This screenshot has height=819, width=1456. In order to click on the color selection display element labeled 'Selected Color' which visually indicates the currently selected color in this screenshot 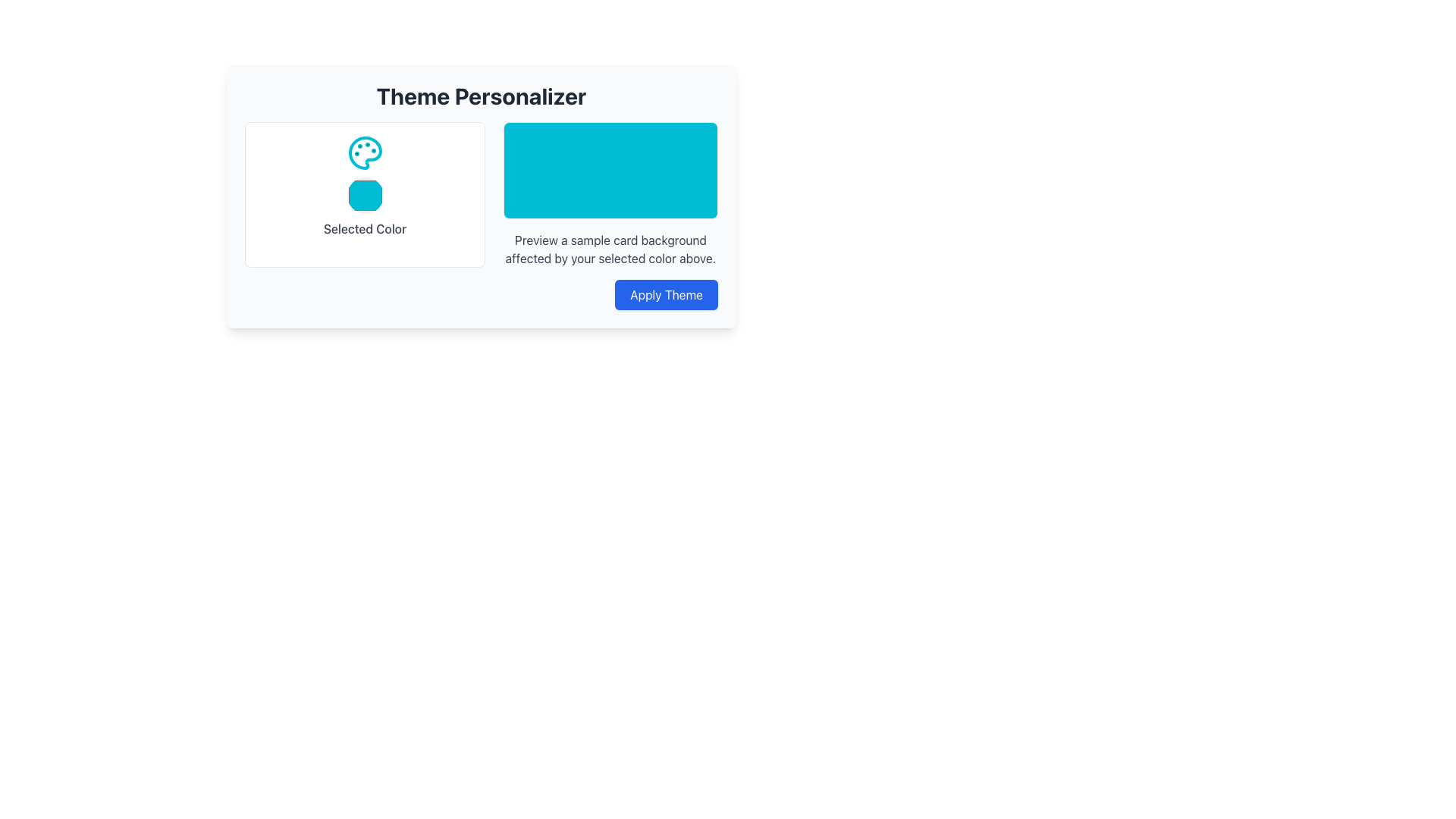, I will do `click(365, 194)`.